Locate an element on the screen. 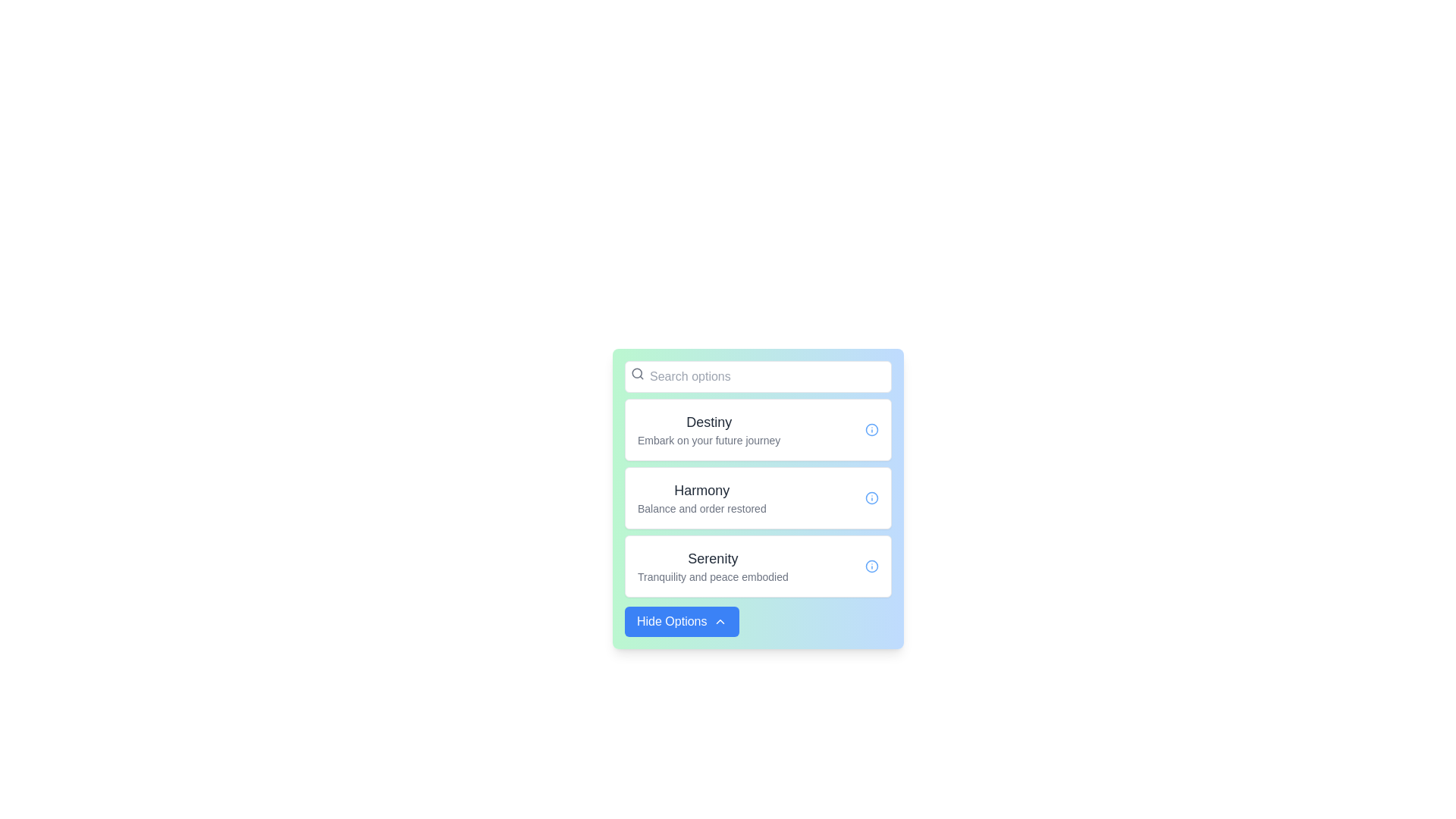 This screenshot has width=1456, height=819. the 'Hide Options' text label within the blue rounded button at the bottom of the layout is located at coordinates (671, 622).